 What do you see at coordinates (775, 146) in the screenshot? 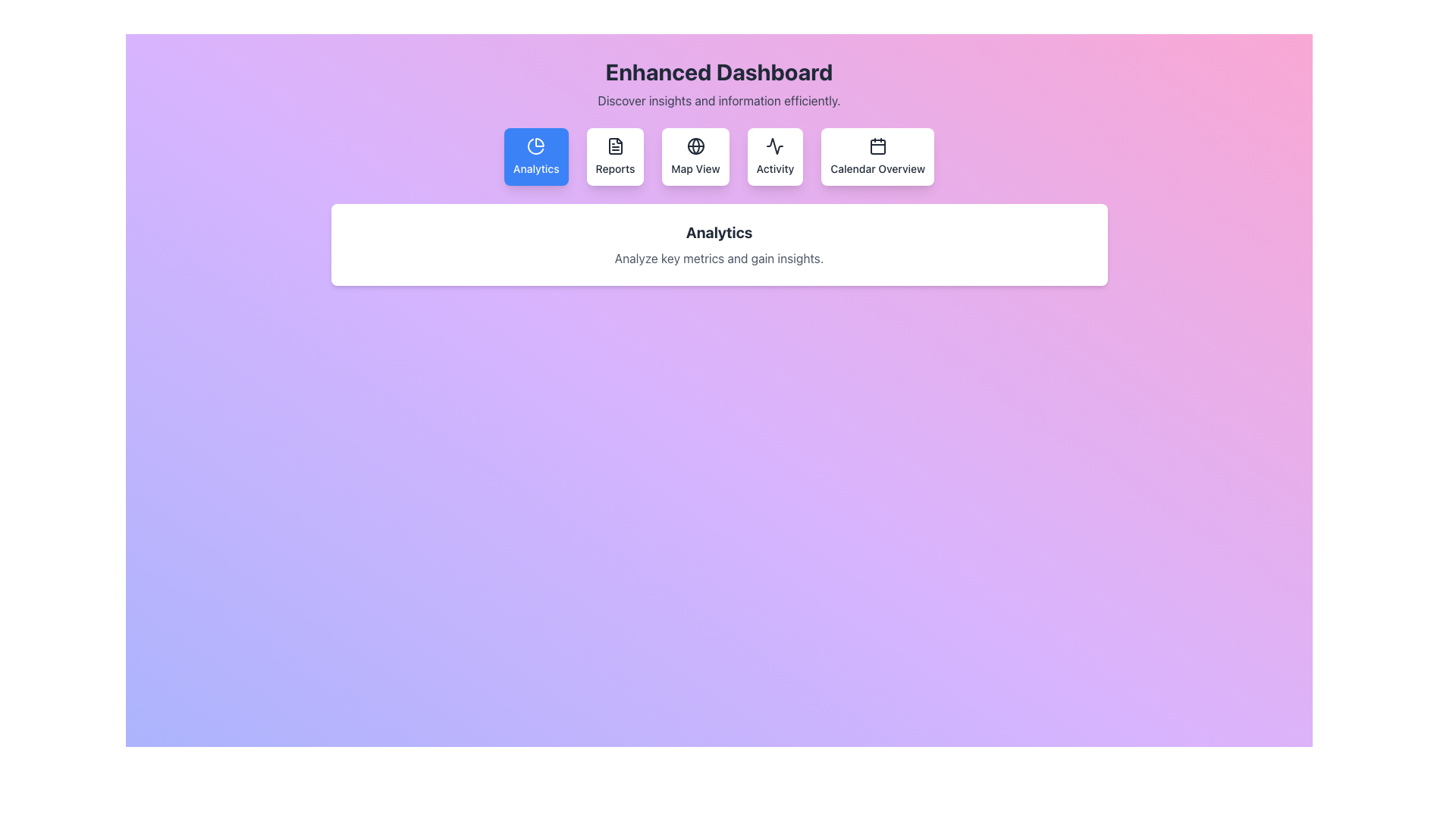
I see `the activity icon represented by a stylized wave line with a gray outline, located in the top central section of the interface above the text label 'Activity'` at bounding box center [775, 146].